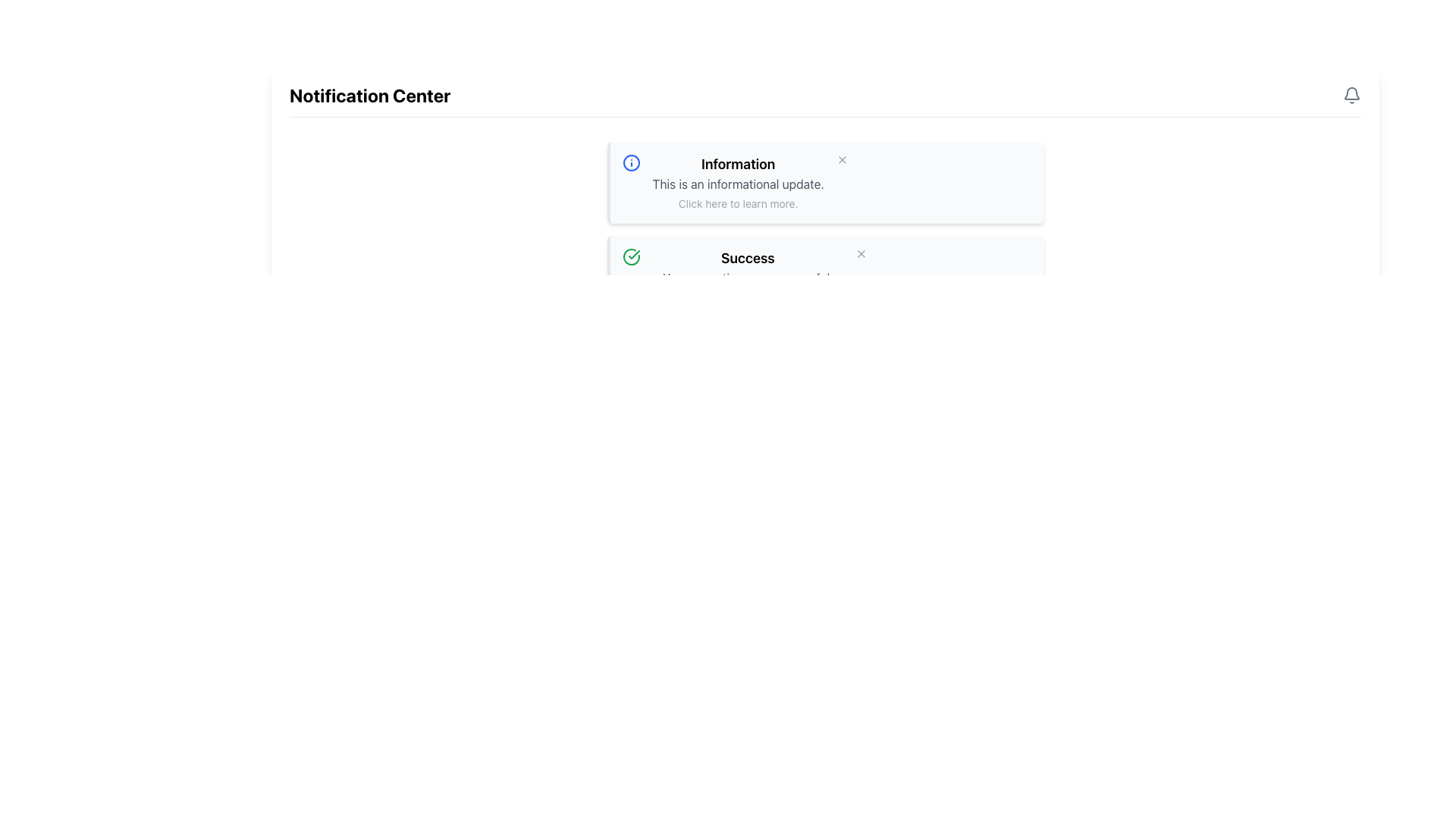  I want to click on the close button with an 'X' symbol located at the top-right corner of the notification card labeled 'Information', so click(841, 160).